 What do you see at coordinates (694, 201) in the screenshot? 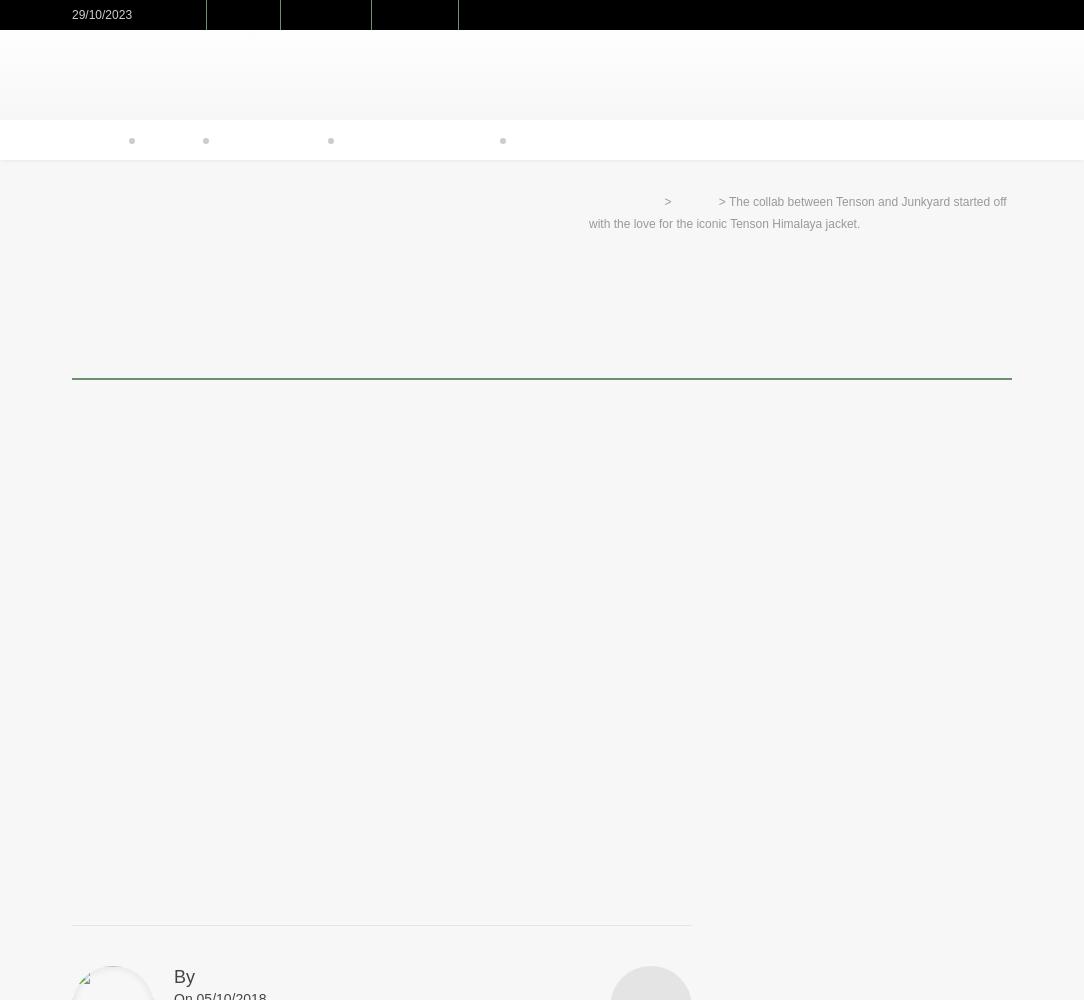
I see `'Jackets'` at bounding box center [694, 201].